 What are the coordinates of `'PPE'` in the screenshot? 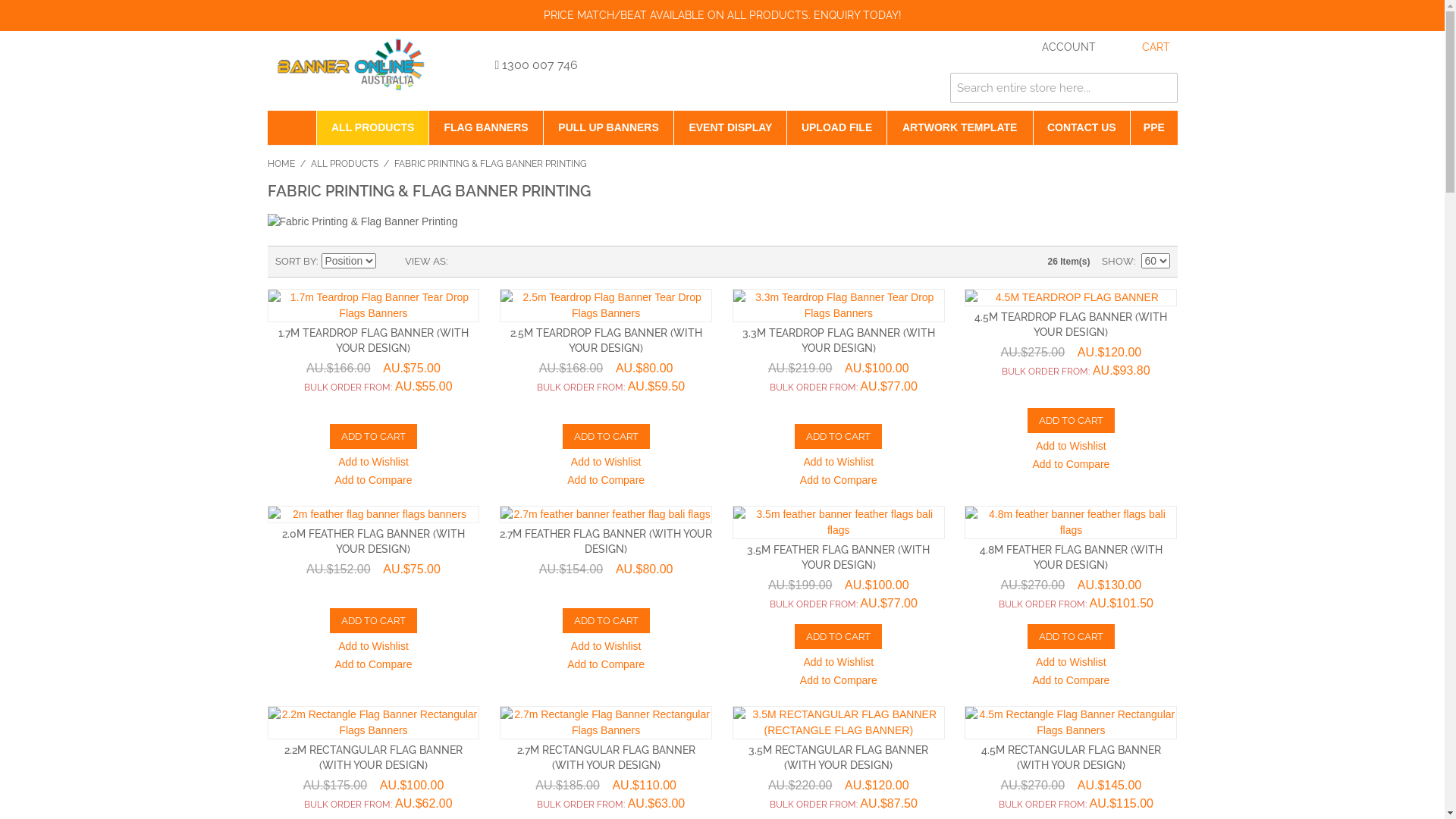 It's located at (1153, 127).